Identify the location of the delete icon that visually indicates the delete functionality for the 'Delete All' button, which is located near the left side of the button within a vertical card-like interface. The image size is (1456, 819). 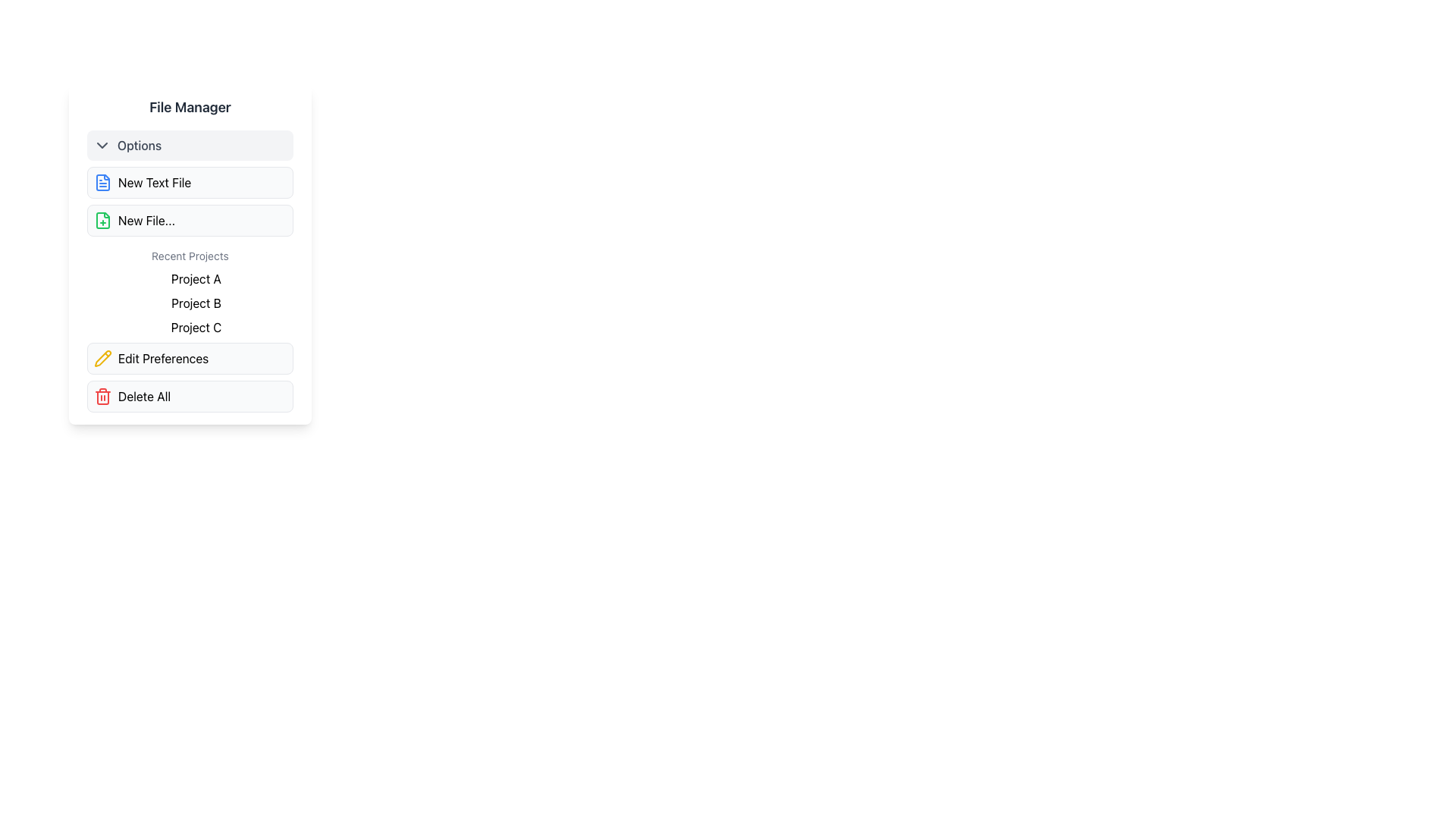
(102, 396).